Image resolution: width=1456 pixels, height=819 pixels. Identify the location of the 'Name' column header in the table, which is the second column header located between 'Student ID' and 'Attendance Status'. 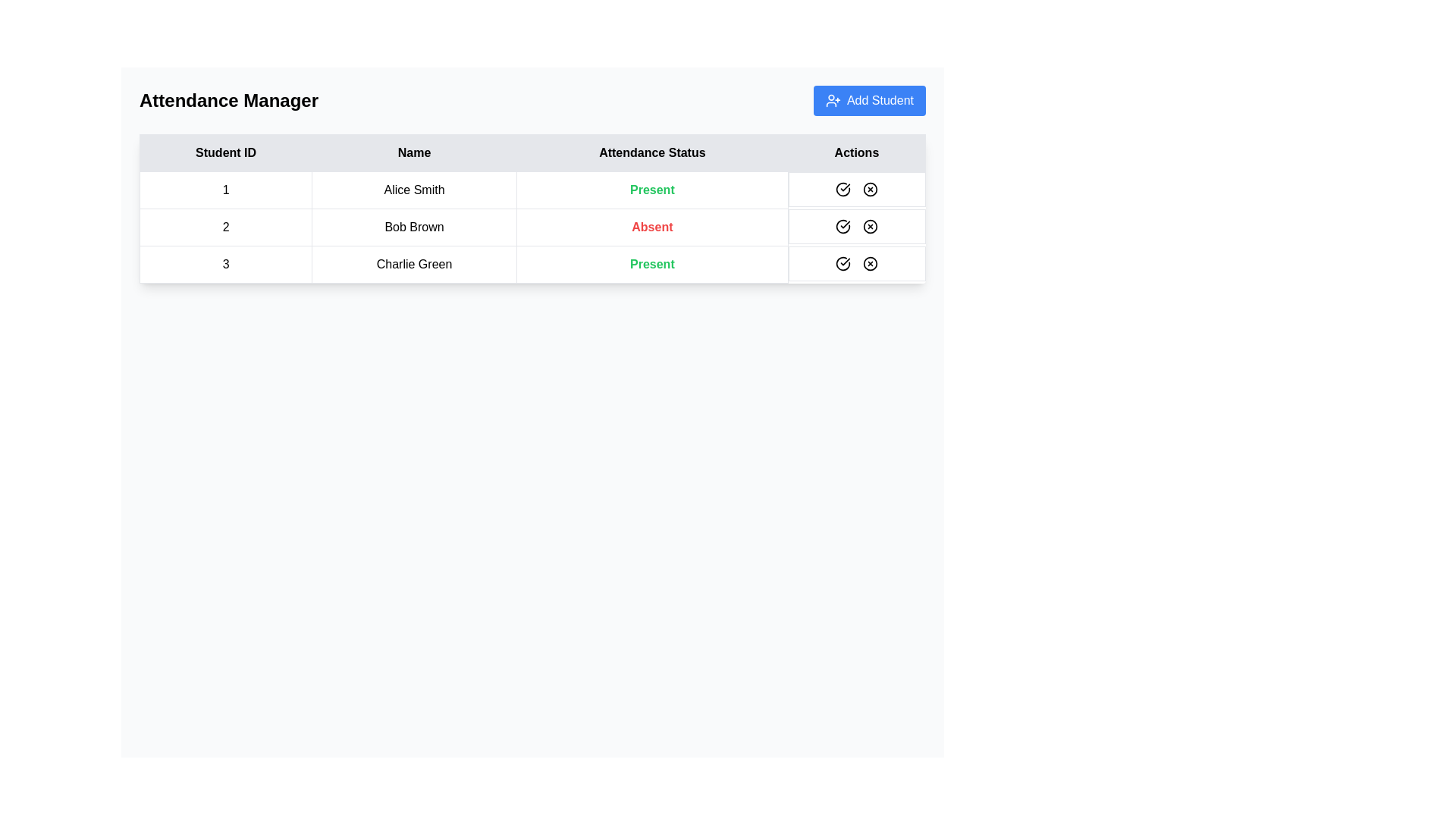
(414, 152).